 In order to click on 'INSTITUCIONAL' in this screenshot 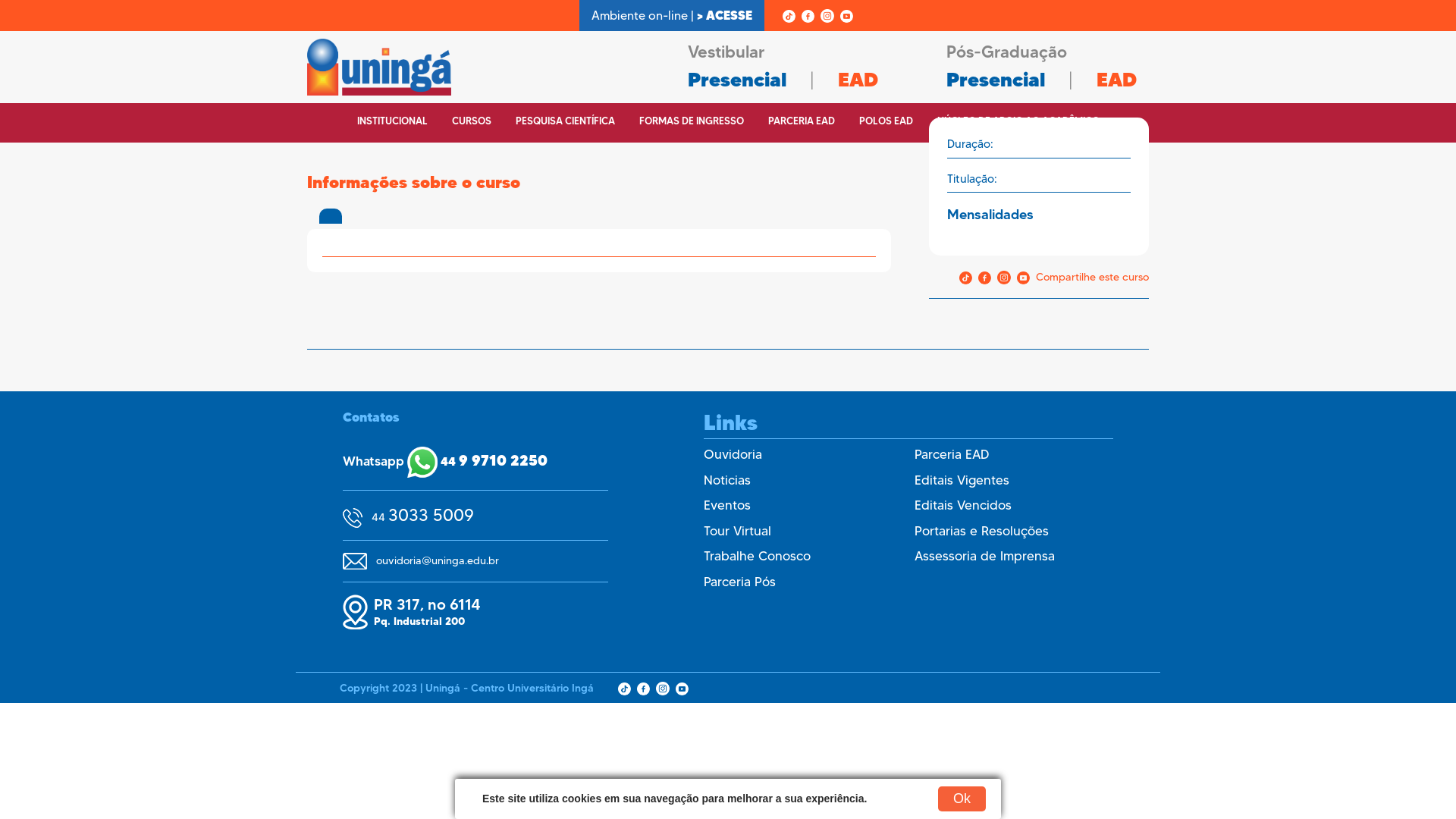, I will do `click(391, 122)`.